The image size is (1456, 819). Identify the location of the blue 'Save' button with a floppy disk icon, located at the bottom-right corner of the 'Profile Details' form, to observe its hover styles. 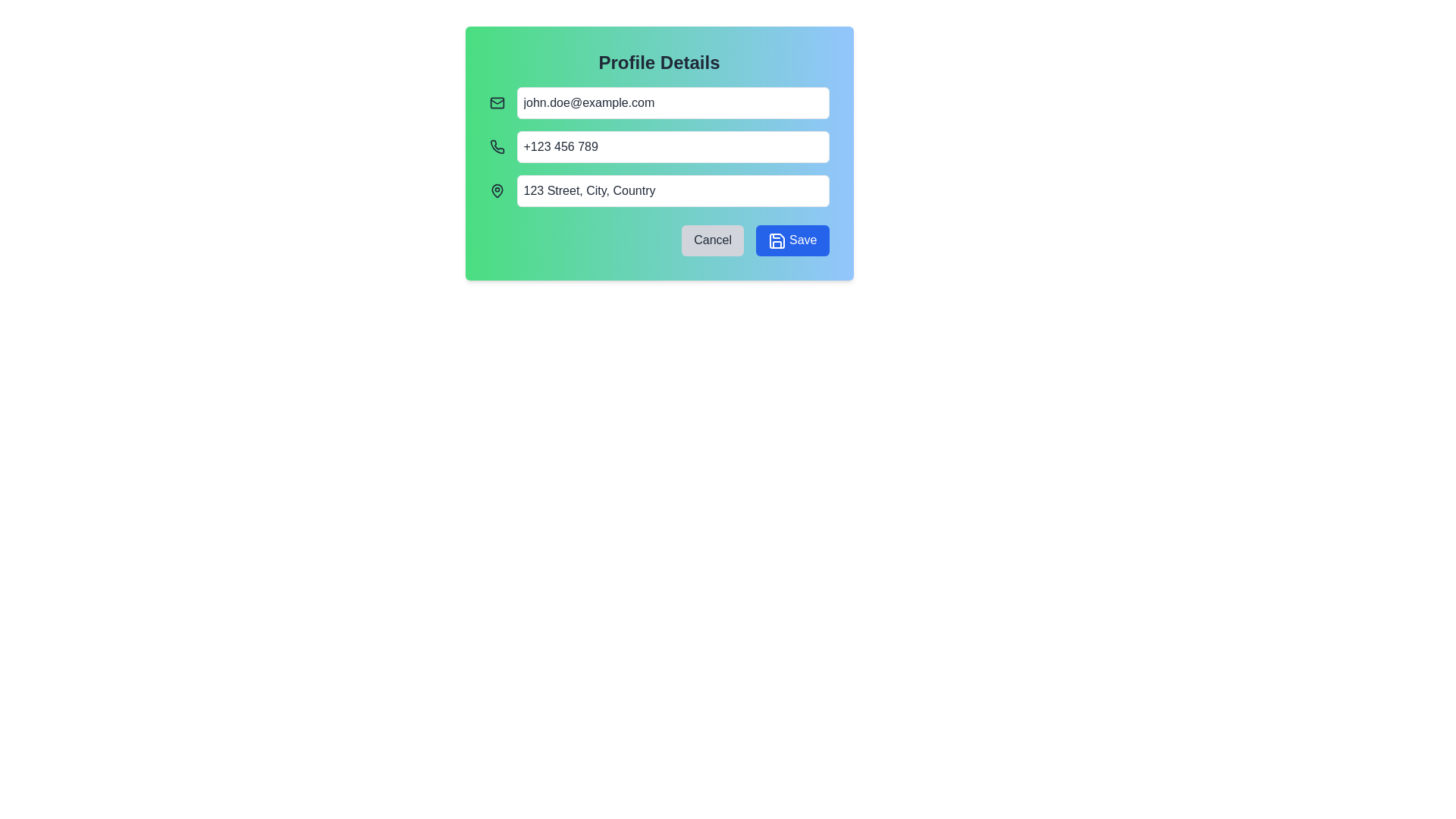
(792, 240).